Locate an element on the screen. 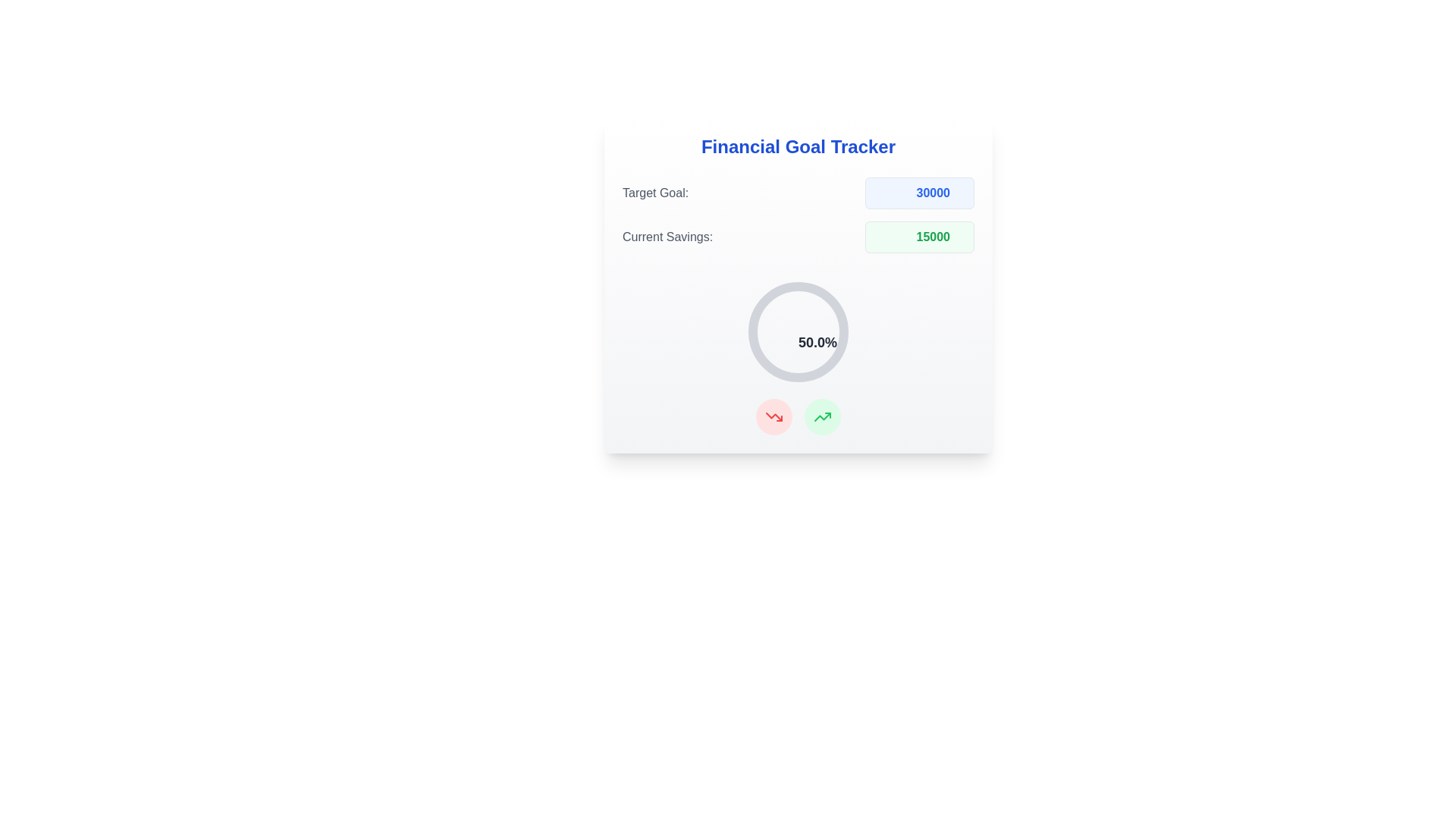  the Circular SVG progress indicator that is styled with a thin gray stroke, located below the 'Target Goal' and 'Current Savings' text fields is located at coordinates (797, 331).